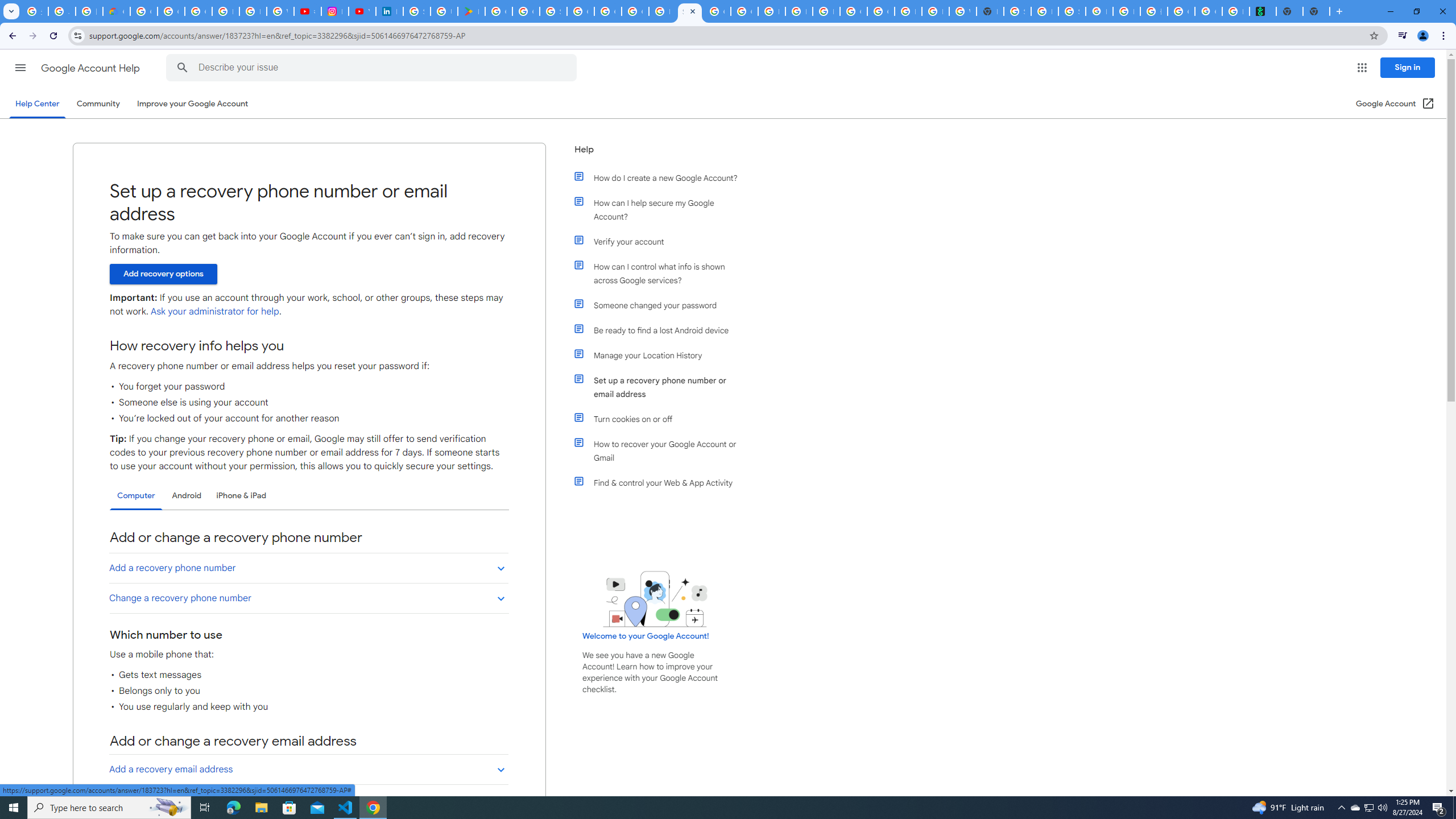  I want to click on 'Find & control your Web & App Activity', so click(661, 482).